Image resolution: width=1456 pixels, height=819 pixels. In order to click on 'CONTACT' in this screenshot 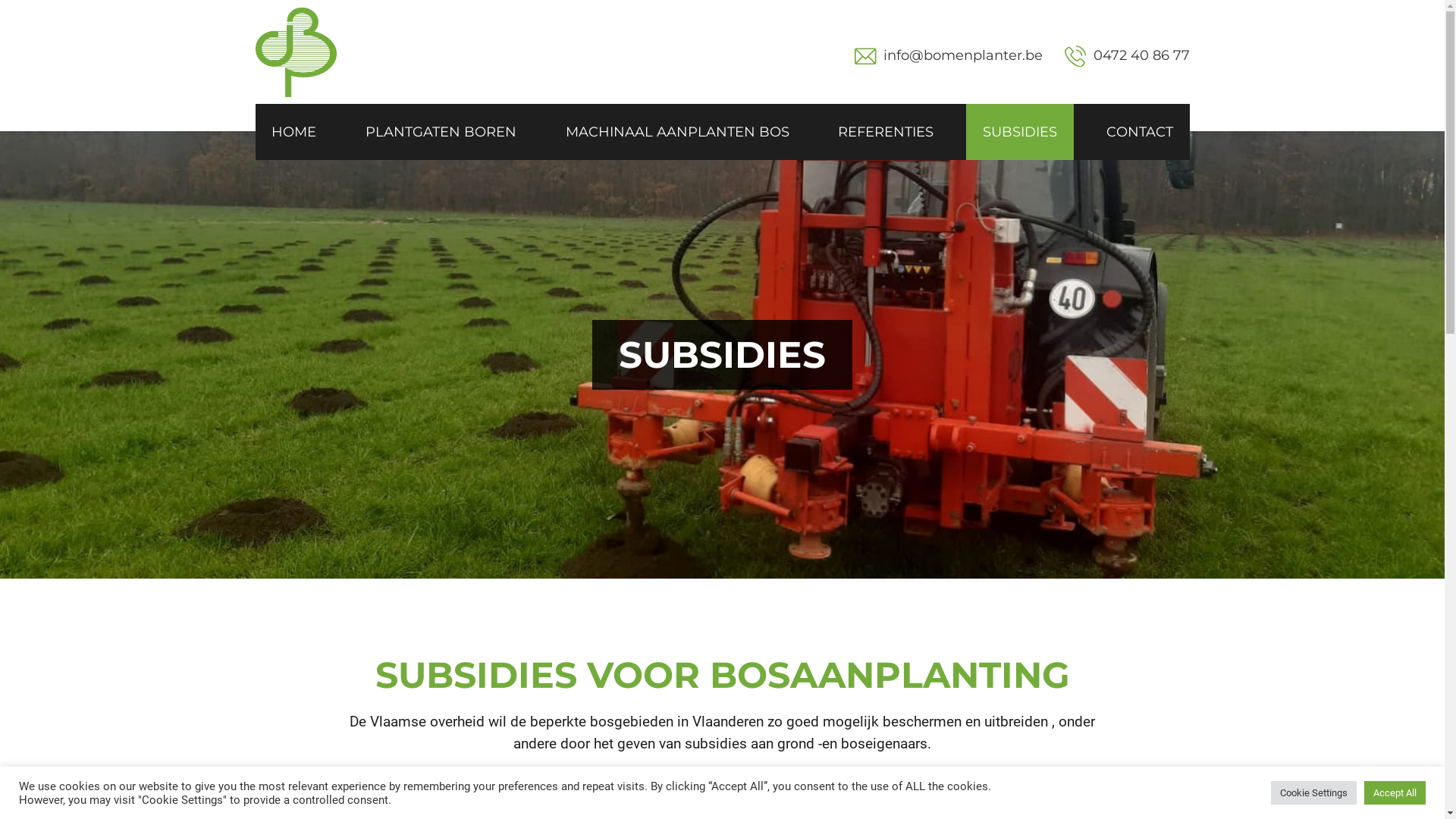, I will do `click(1139, 130)`.